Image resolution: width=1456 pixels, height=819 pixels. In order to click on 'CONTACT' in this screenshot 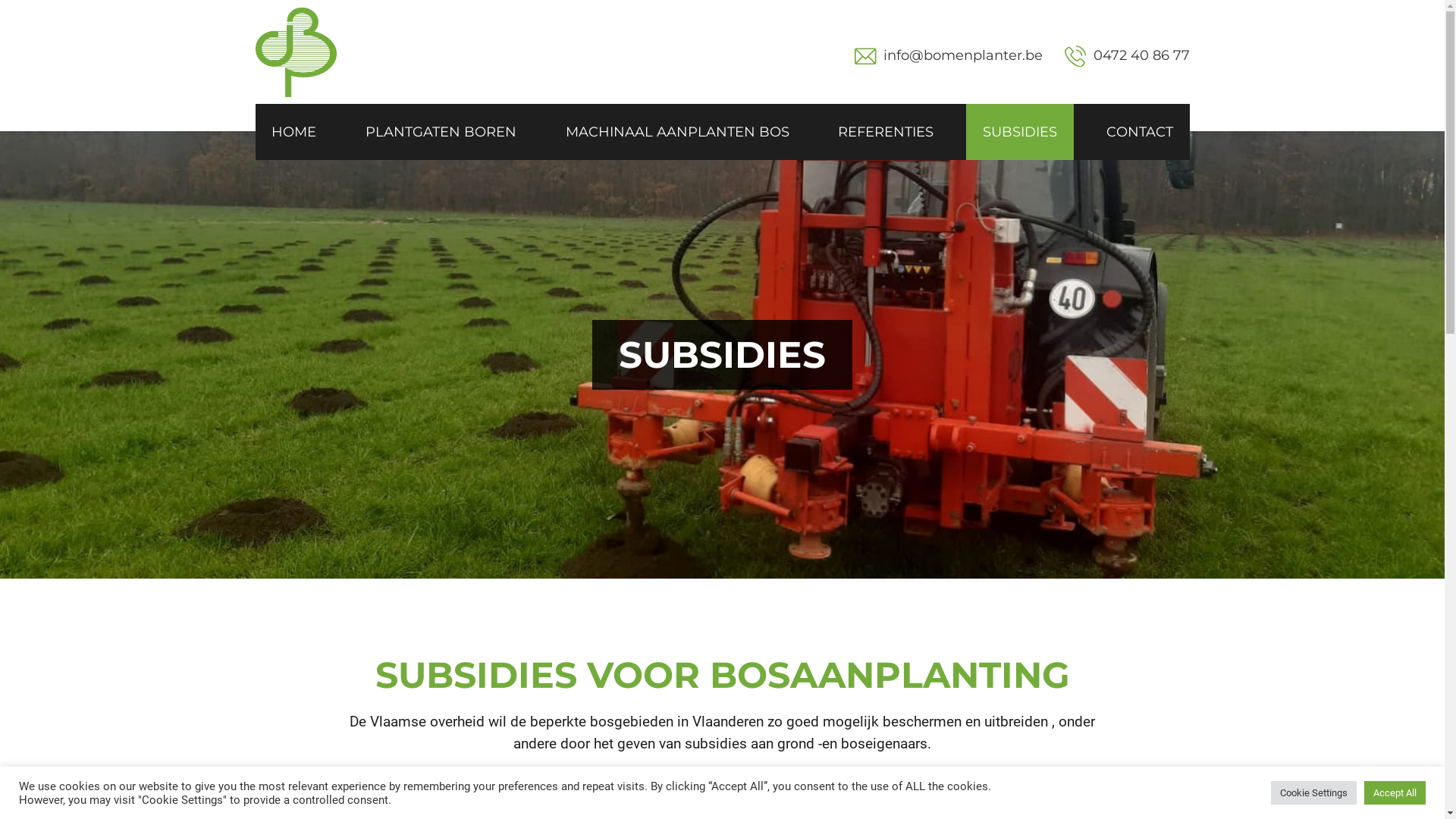, I will do `click(1139, 130)`.